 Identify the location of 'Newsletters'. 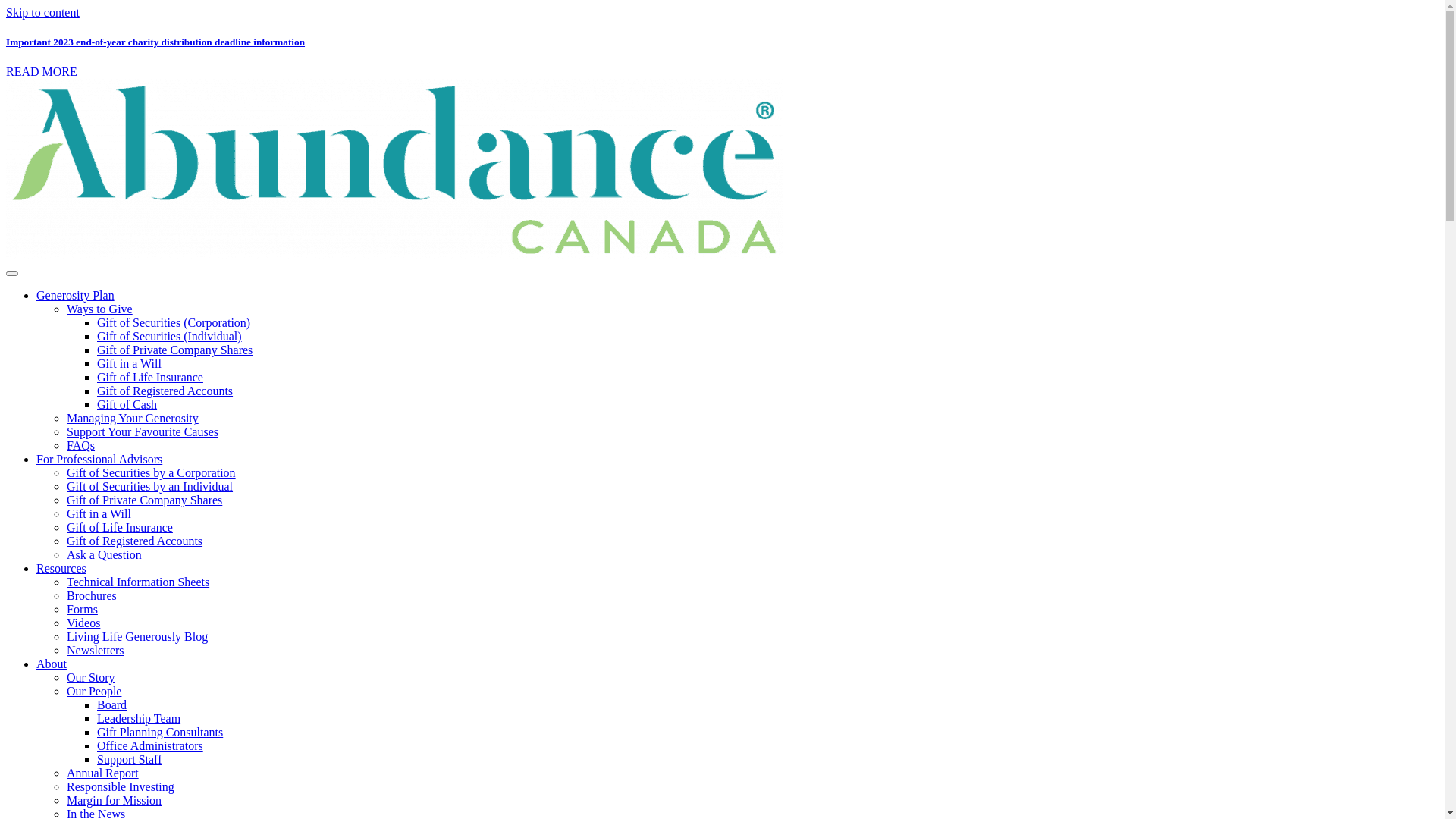
(94, 649).